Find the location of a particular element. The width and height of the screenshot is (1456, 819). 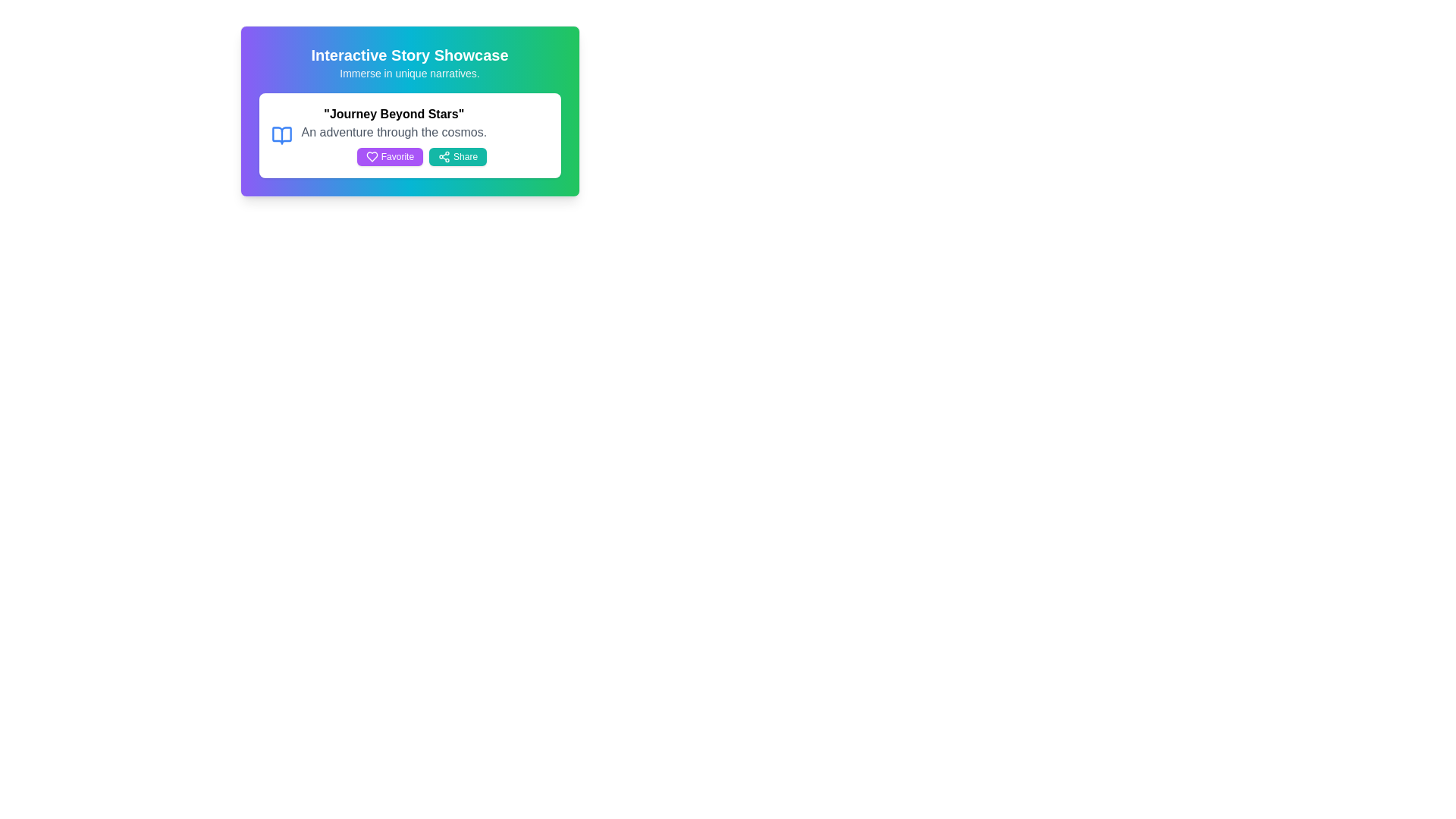

the share button located to the right of the 'Favorite' button with a purple background is located at coordinates (457, 157).